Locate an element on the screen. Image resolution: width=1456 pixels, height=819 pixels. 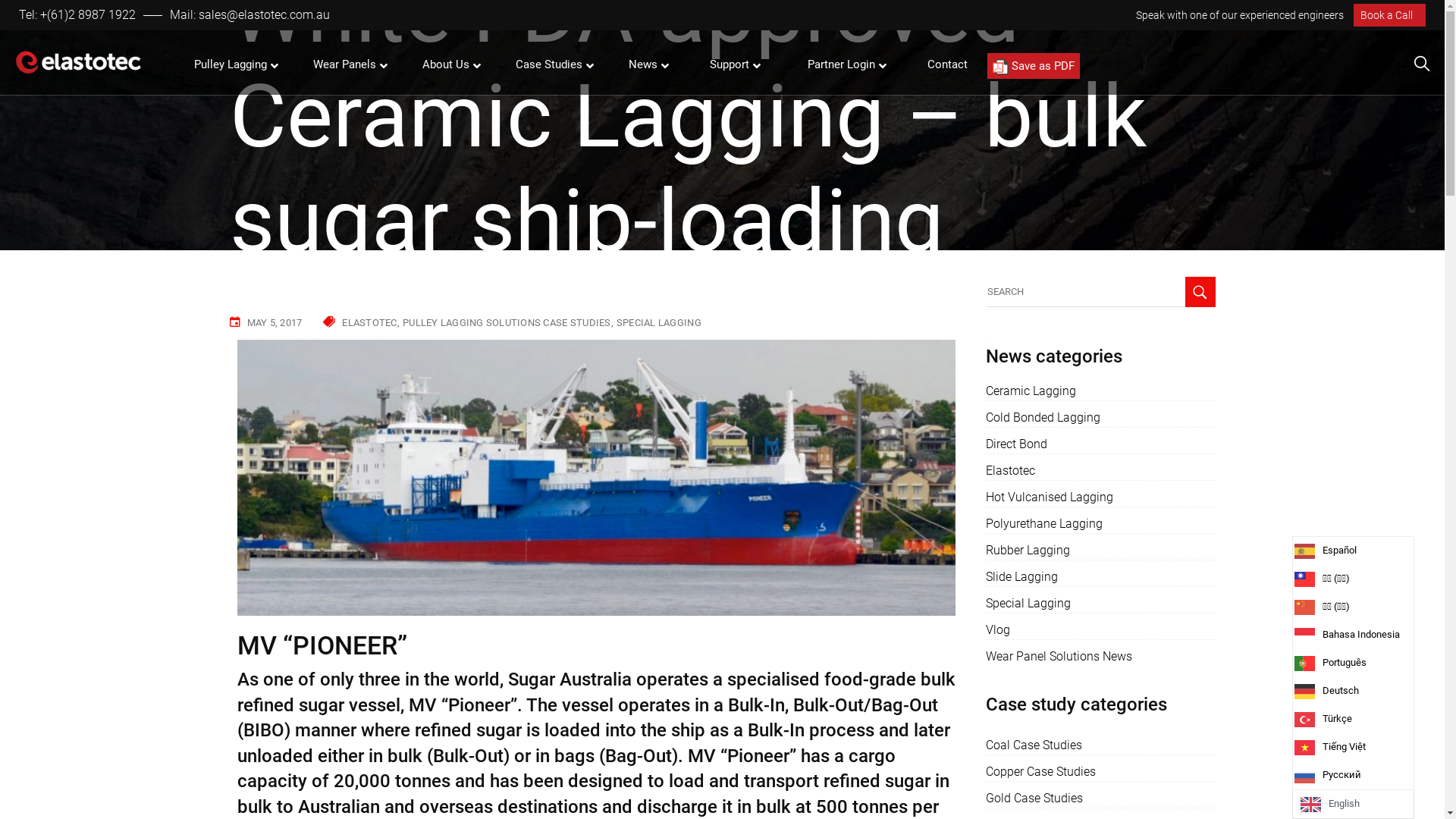
'Deutsch' is located at coordinates (1359, 691).